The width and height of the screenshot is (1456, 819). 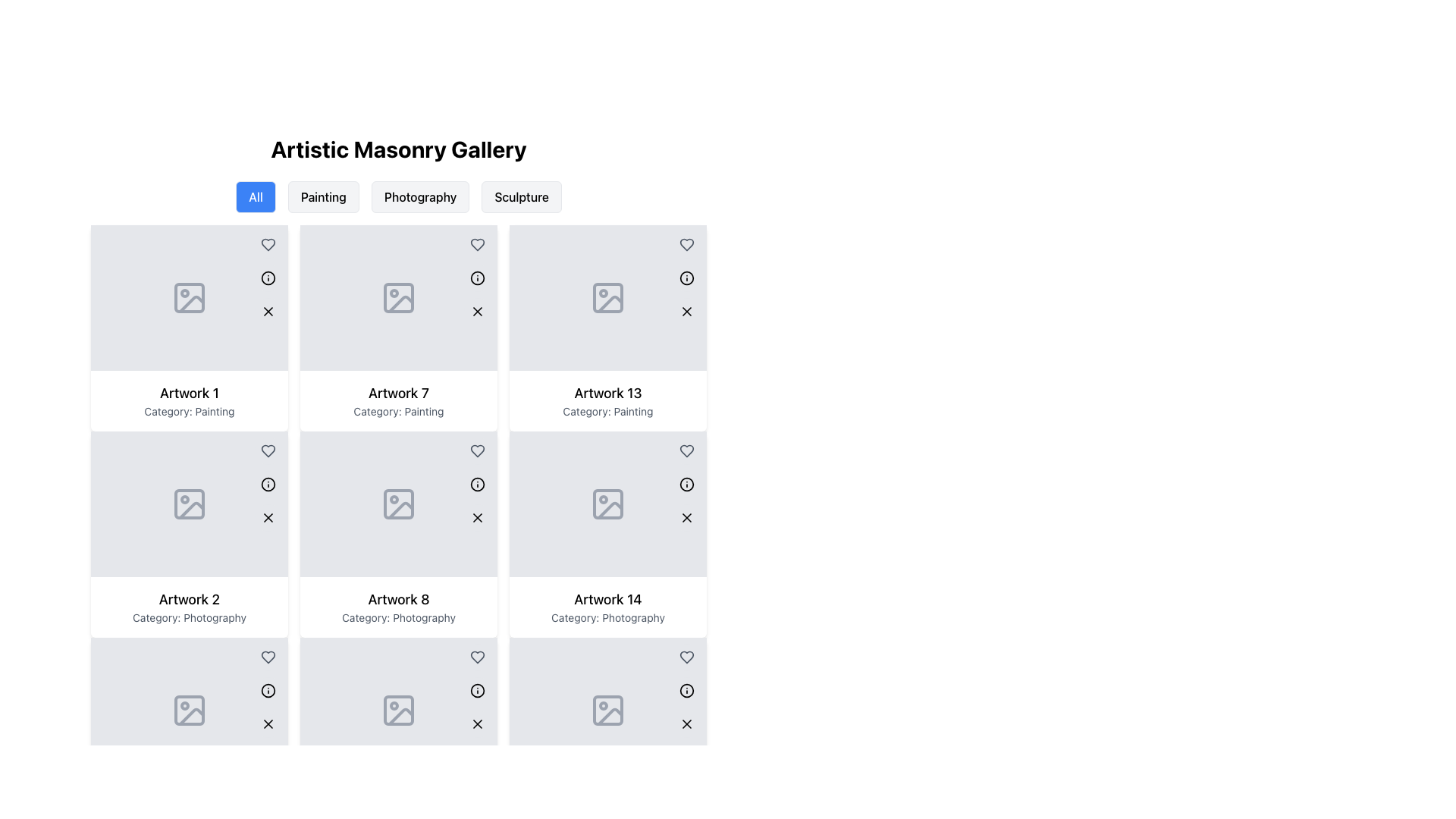 What do you see at coordinates (268, 657) in the screenshot?
I see `the heart button at the top-right of the 'Artwork 2' grid cell to like or favorite the artwork` at bounding box center [268, 657].